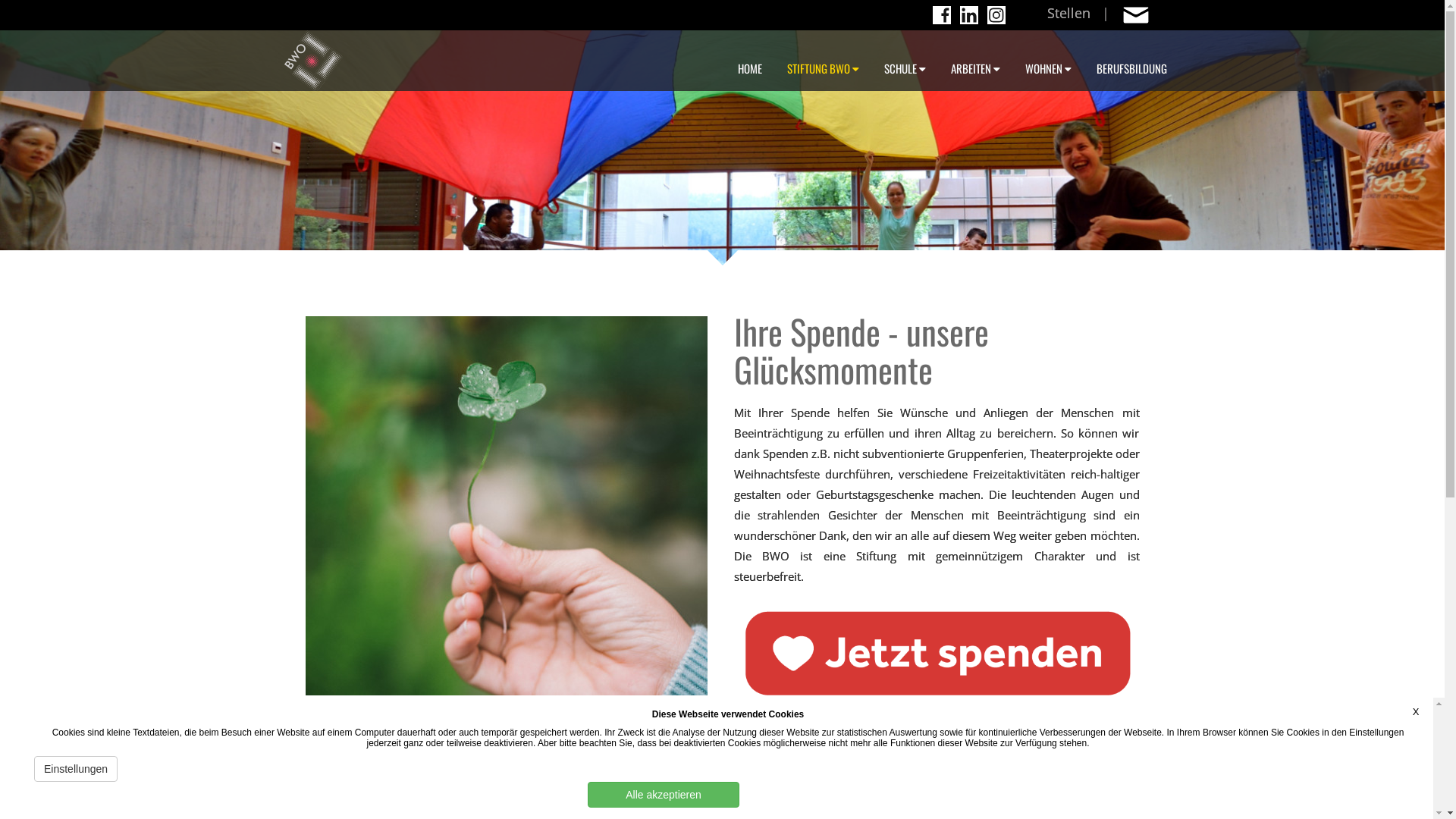 The height and width of the screenshot is (819, 1456). Describe the element at coordinates (663, 794) in the screenshot. I see `'Alle akzeptieren'` at that location.